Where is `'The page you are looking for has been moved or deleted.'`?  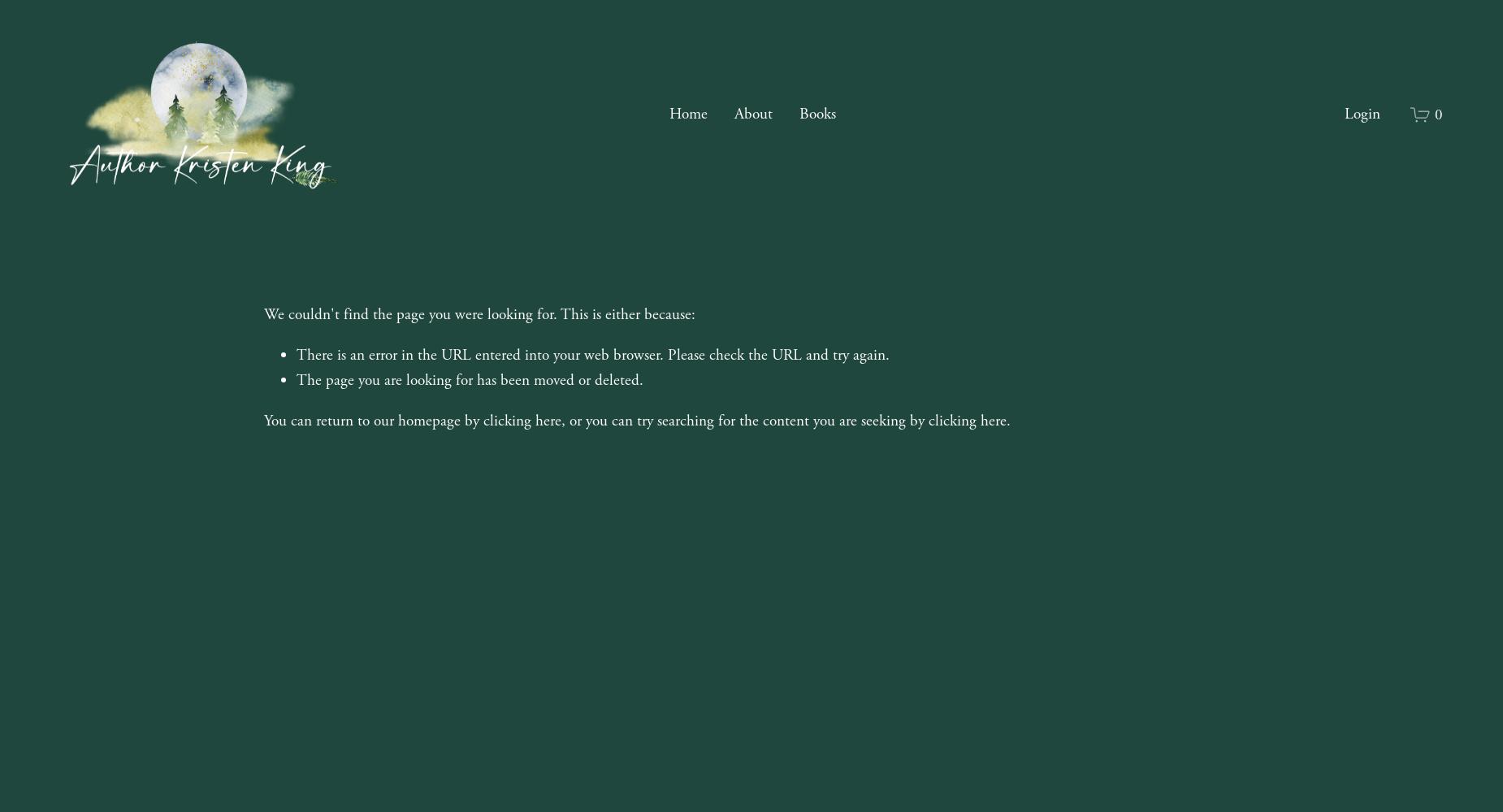 'The page you are looking for has been moved or deleted.' is located at coordinates (470, 378).